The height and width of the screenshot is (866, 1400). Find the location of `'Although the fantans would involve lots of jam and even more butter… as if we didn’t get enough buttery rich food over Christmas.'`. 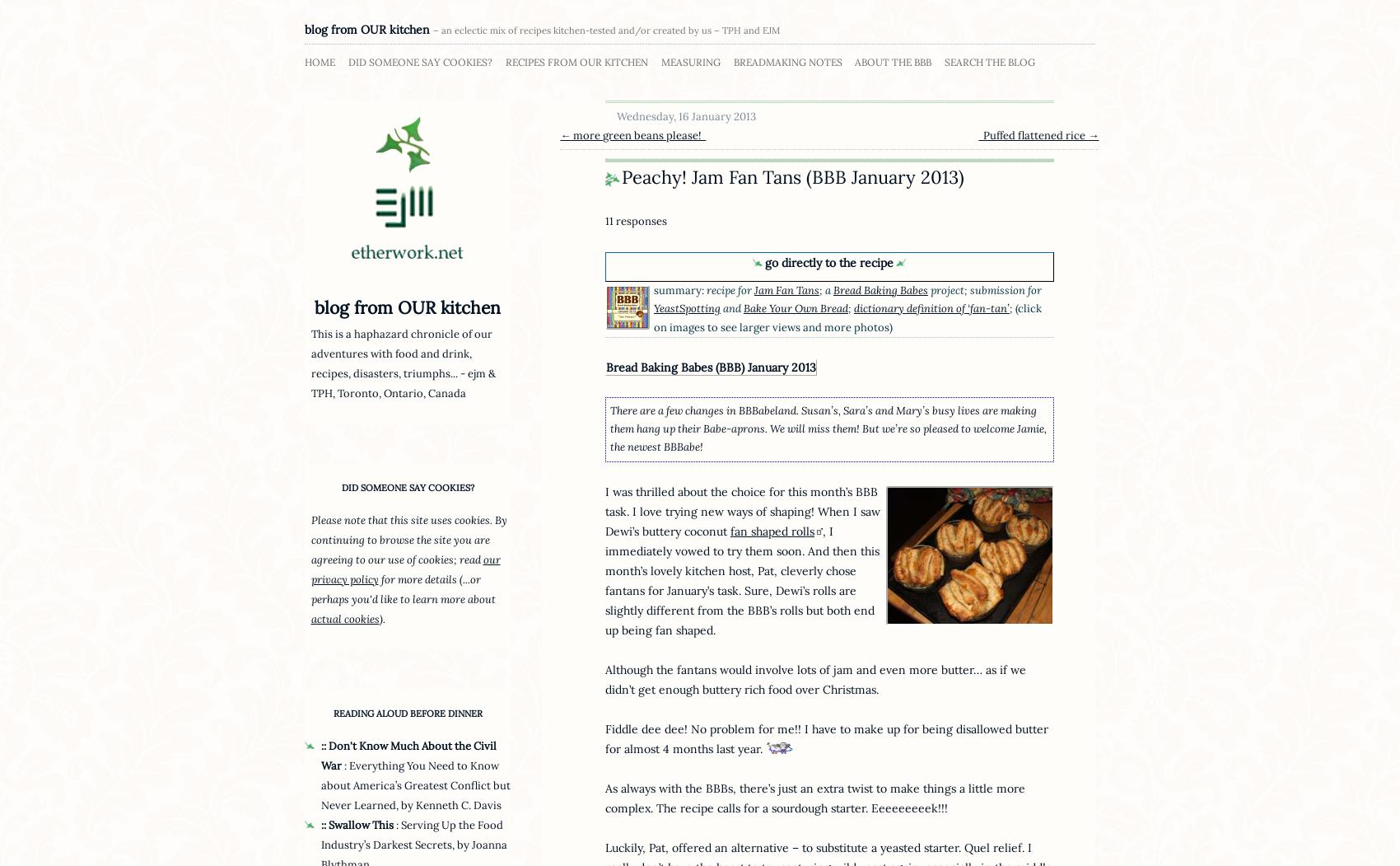

'Although the fantans would involve lots of jam and even more butter… as if we didn’t get enough buttery rich food over Christmas.' is located at coordinates (814, 678).